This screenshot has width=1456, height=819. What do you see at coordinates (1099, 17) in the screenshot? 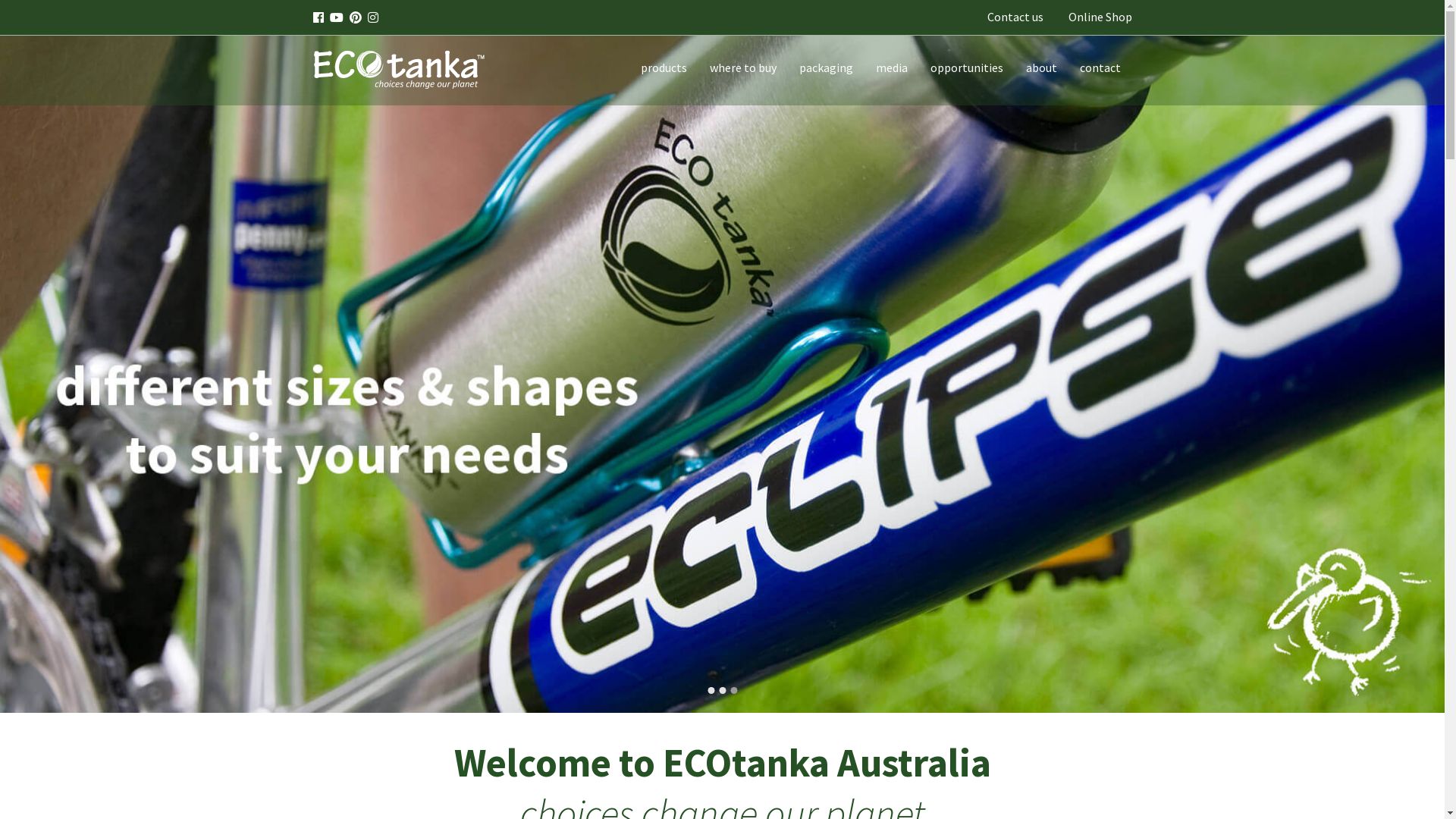
I see `'Online Shop'` at bounding box center [1099, 17].